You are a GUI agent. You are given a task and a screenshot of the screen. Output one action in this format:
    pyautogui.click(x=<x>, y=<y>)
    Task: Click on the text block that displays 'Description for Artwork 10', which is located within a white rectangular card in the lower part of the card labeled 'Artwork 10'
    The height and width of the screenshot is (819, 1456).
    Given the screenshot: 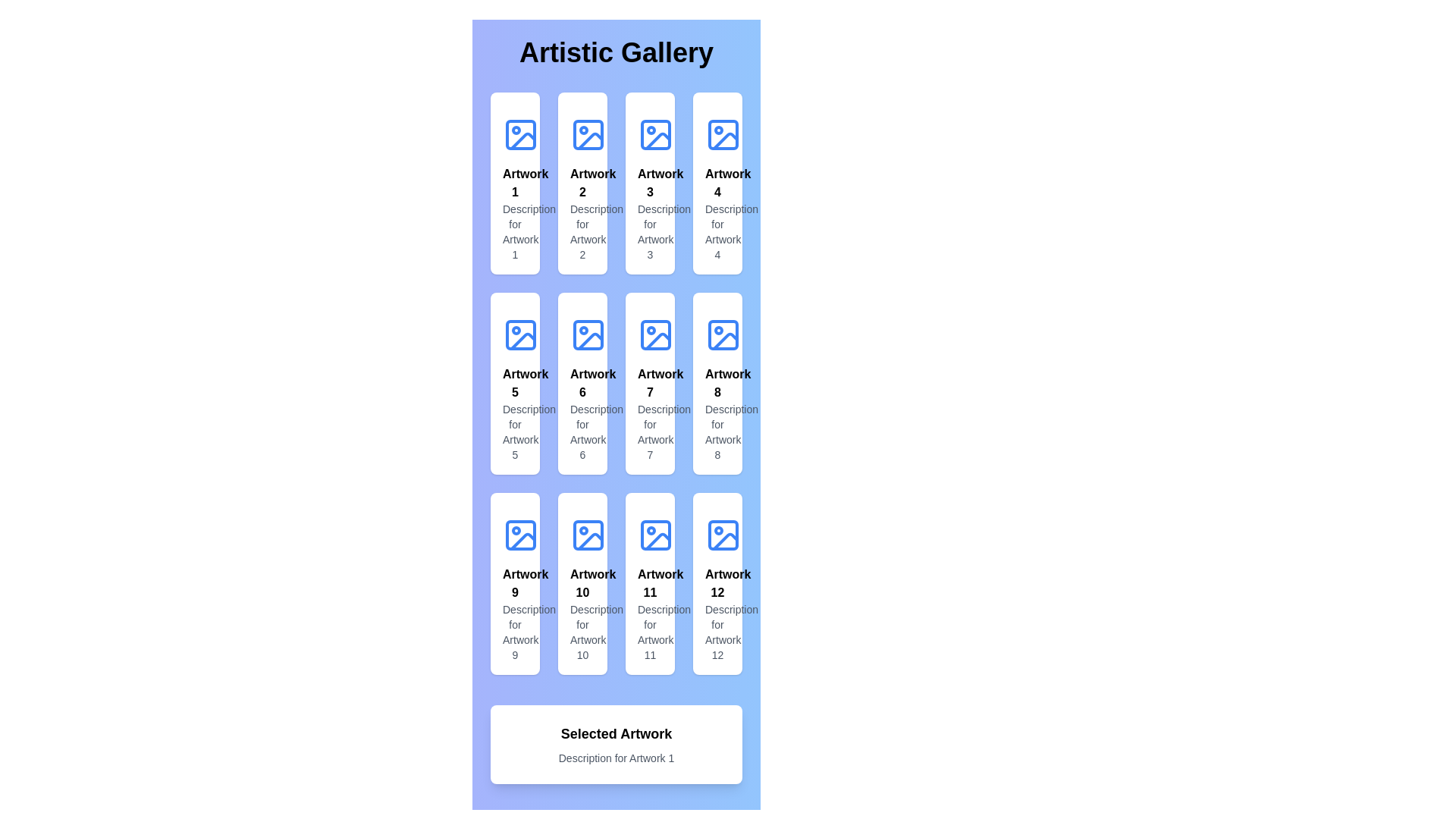 What is the action you would take?
    pyautogui.click(x=582, y=632)
    